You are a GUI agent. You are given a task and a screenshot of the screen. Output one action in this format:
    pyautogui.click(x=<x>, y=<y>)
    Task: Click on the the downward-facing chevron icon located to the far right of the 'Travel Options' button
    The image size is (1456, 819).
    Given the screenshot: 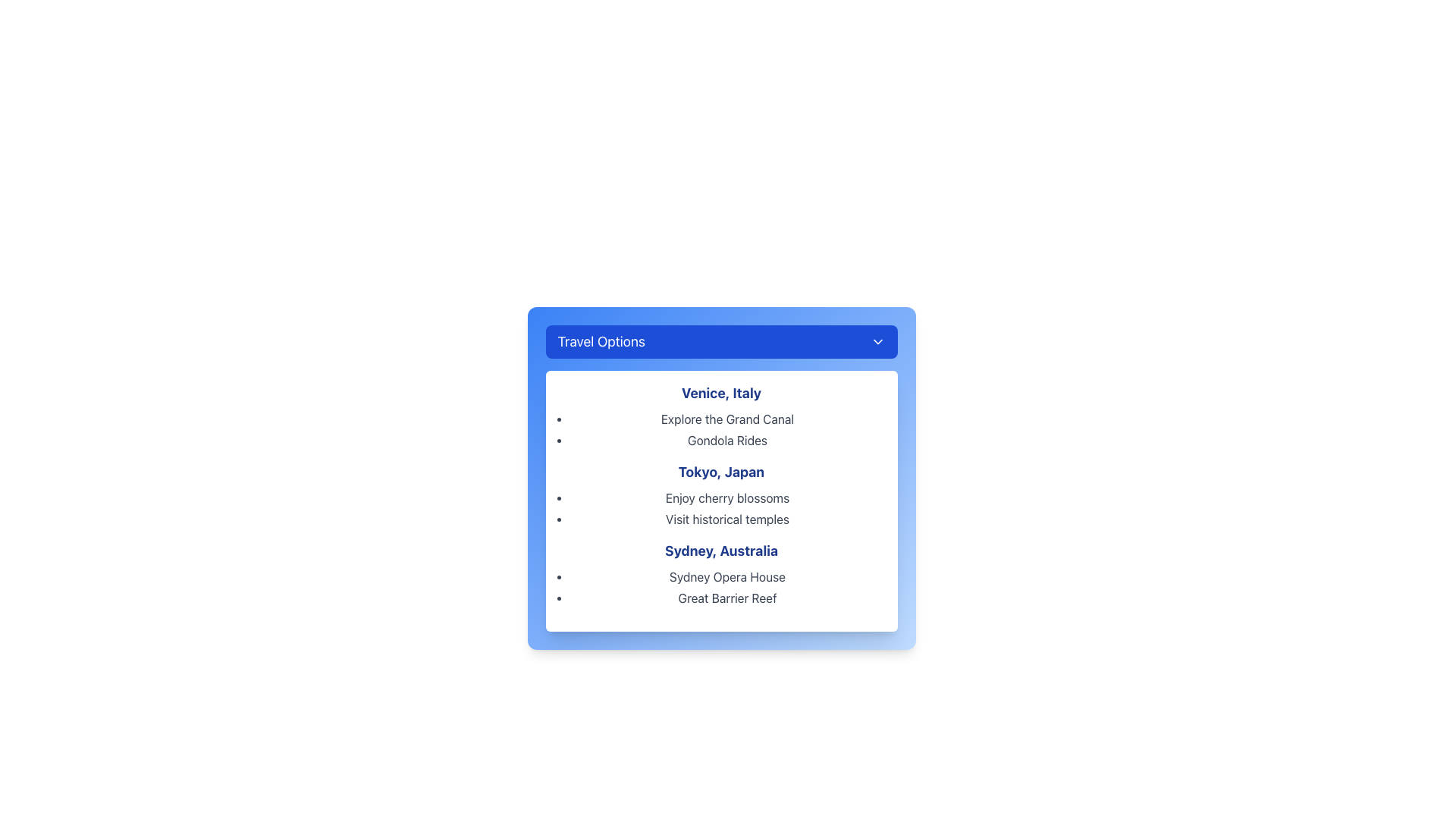 What is the action you would take?
    pyautogui.click(x=877, y=342)
    